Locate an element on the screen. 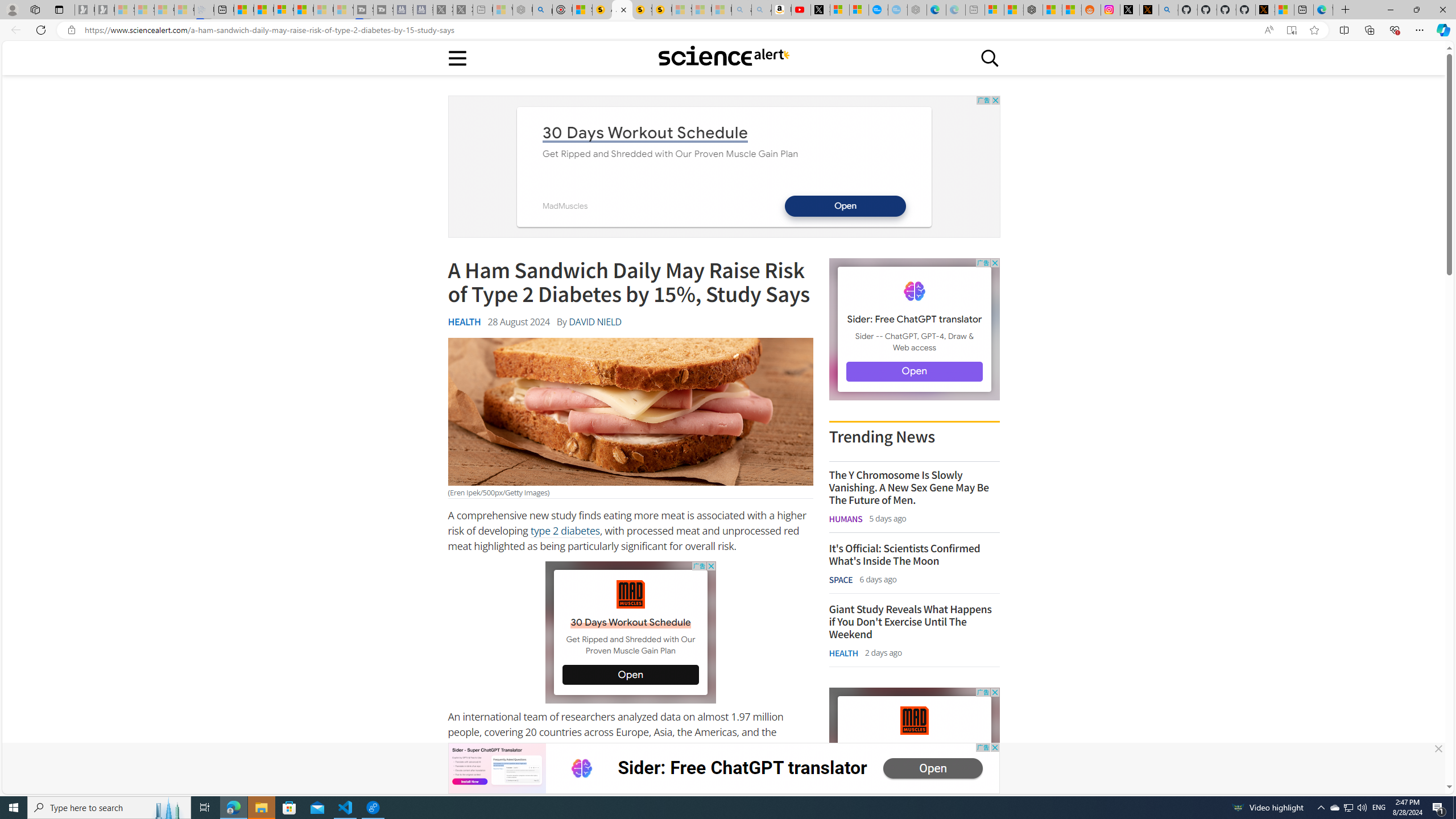 The image size is (1456, 819). 'X - Sleeping' is located at coordinates (463, 9).